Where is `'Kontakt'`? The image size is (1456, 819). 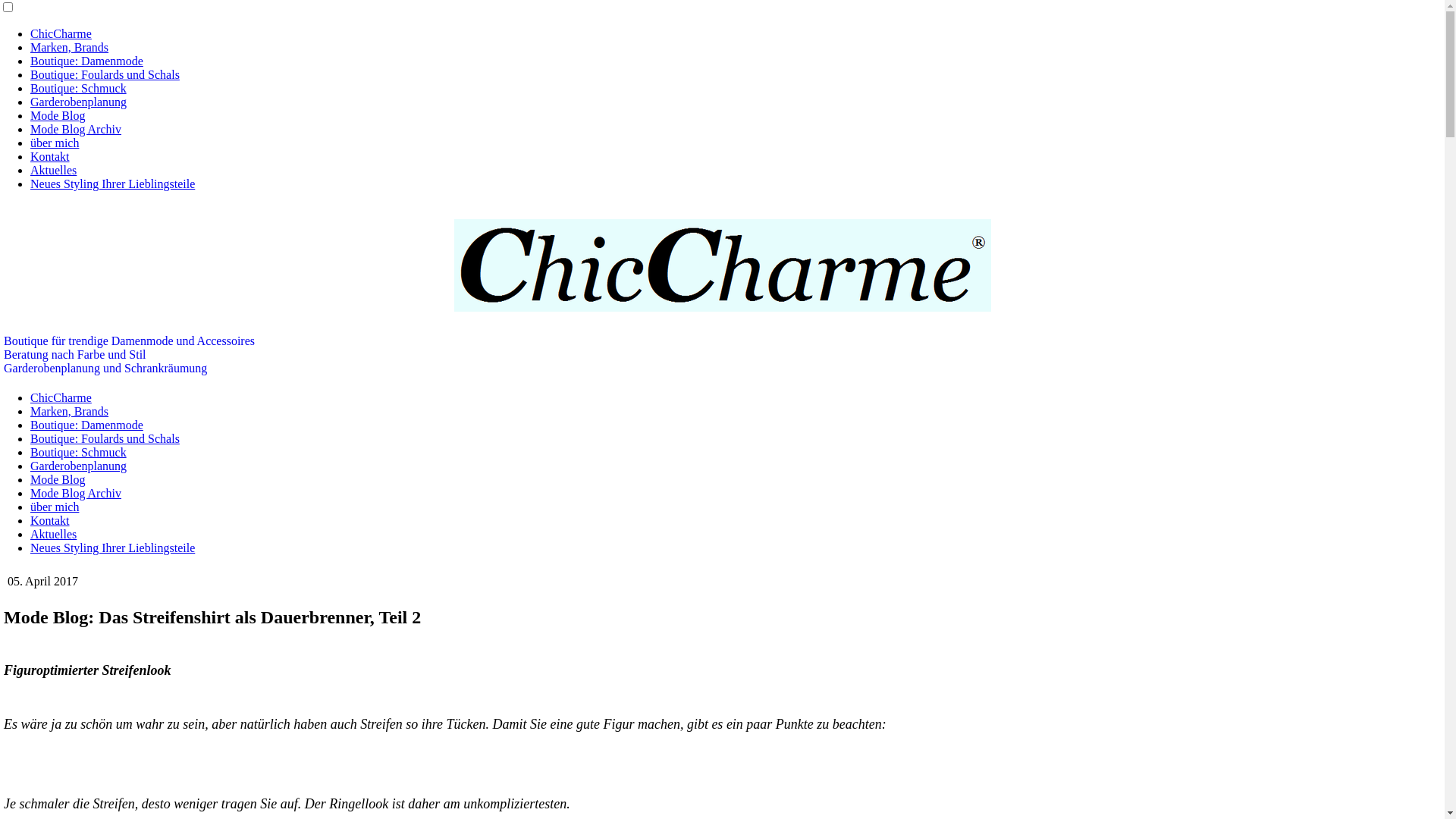
'Kontakt' is located at coordinates (50, 519).